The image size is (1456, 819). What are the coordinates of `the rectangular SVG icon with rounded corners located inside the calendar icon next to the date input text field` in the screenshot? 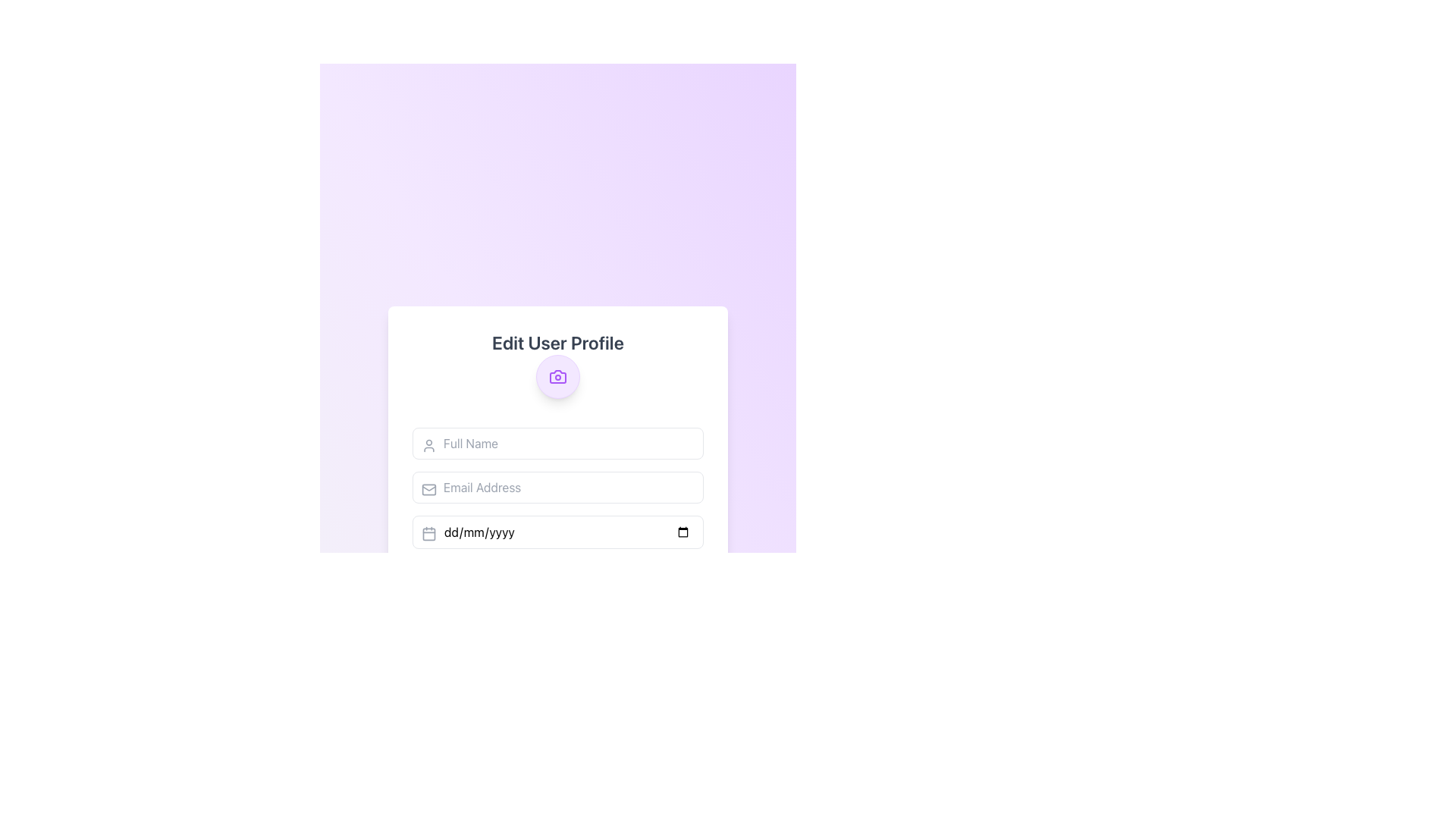 It's located at (428, 533).